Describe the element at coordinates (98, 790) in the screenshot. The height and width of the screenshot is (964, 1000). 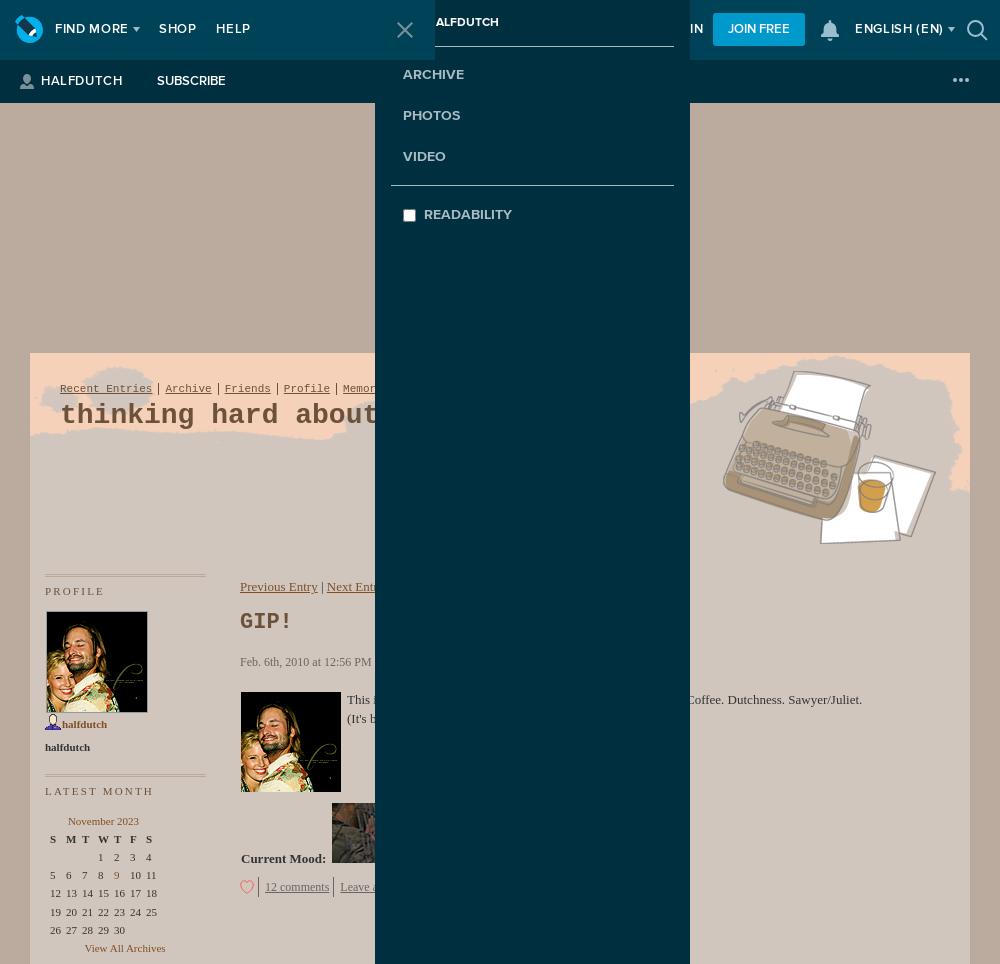
I see `'Latest Month'` at that location.